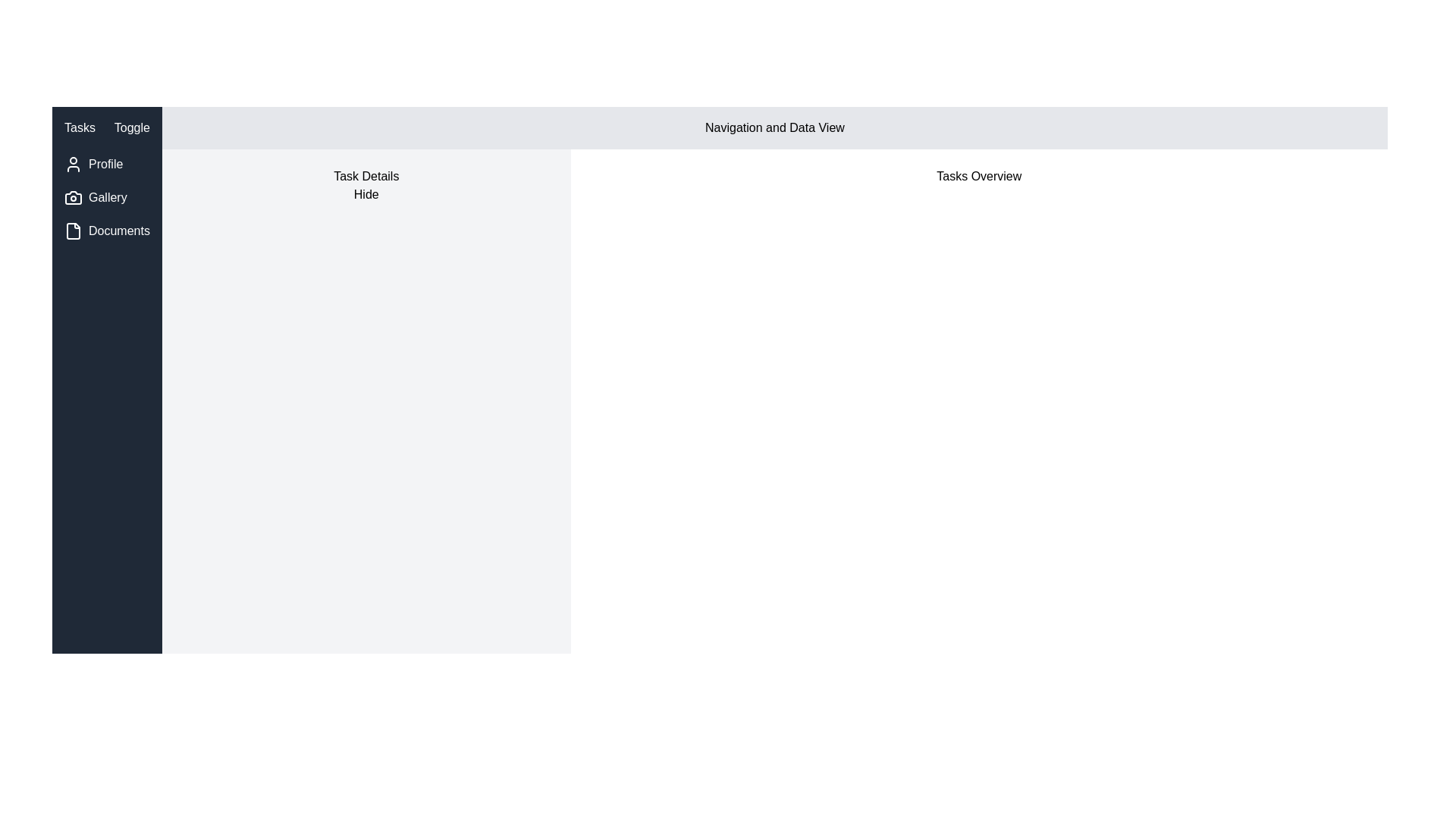 The image size is (1456, 819). Describe the element at coordinates (72, 231) in the screenshot. I see `the 'Documents' icon in the vertical navigation panel` at that location.